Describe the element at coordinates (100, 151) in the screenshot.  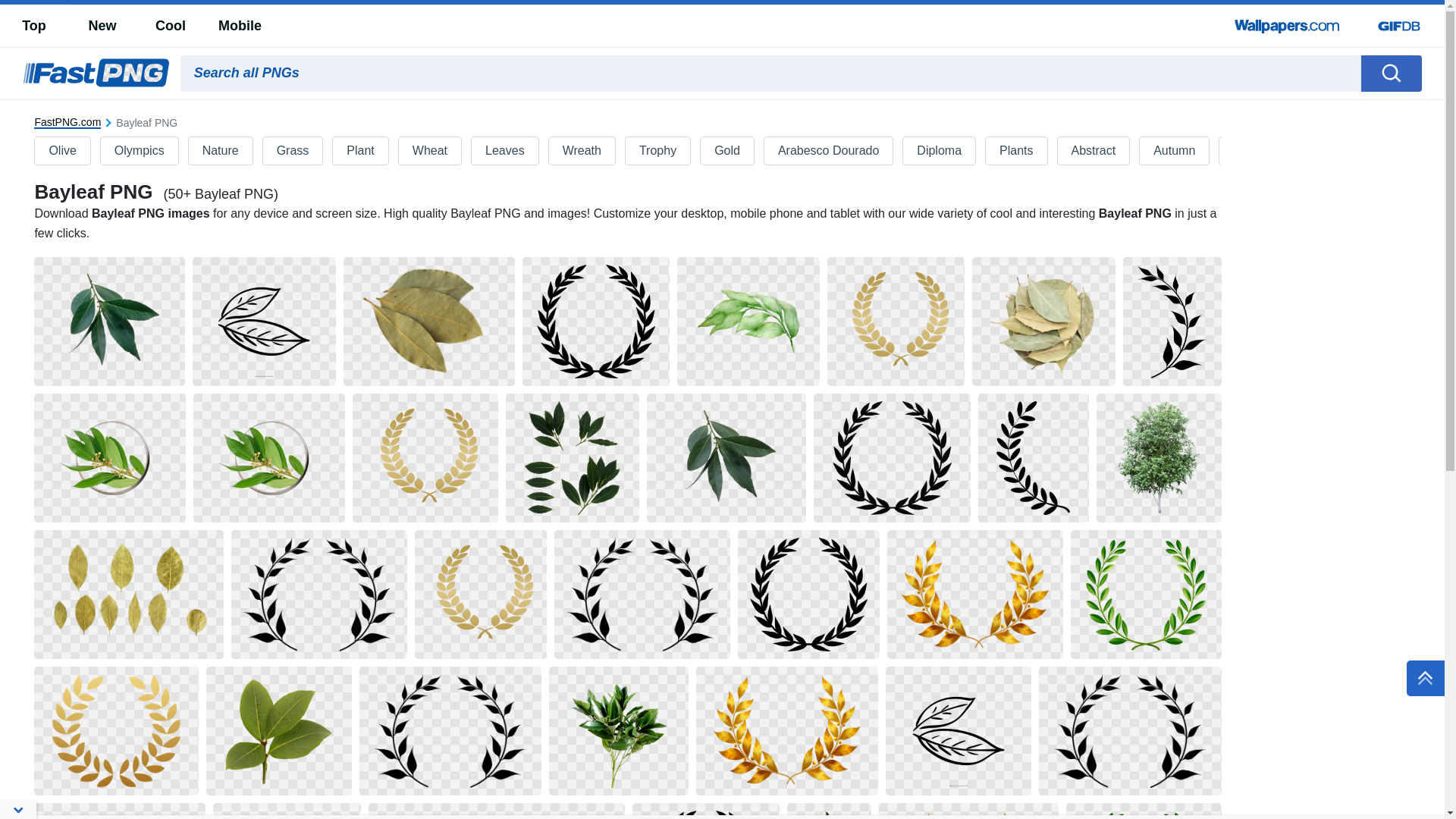
I see `'Olympics'` at that location.